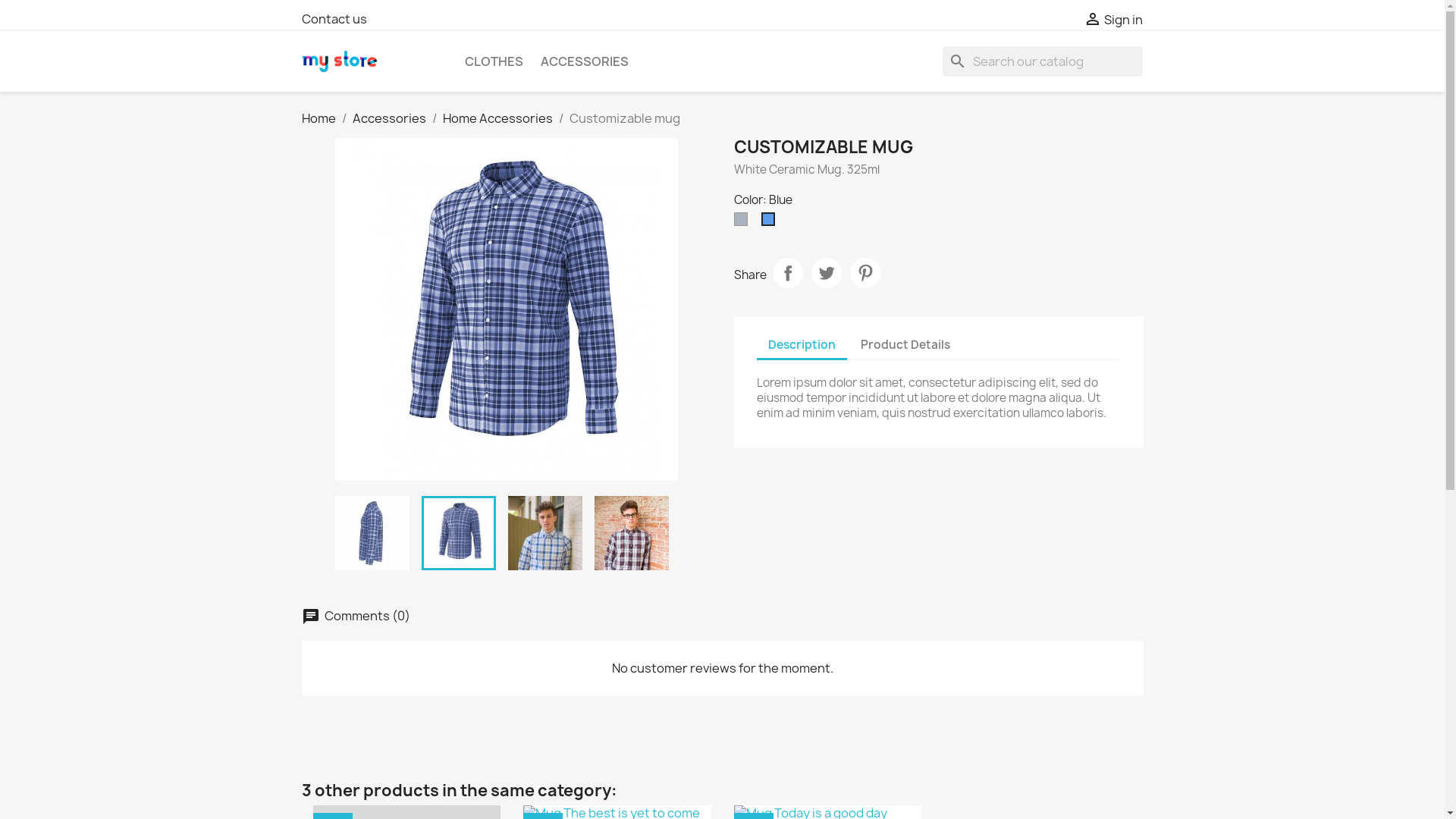 The width and height of the screenshot is (1456, 819). Describe the element at coordinates (864, 271) in the screenshot. I see `'Pinterest'` at that location.